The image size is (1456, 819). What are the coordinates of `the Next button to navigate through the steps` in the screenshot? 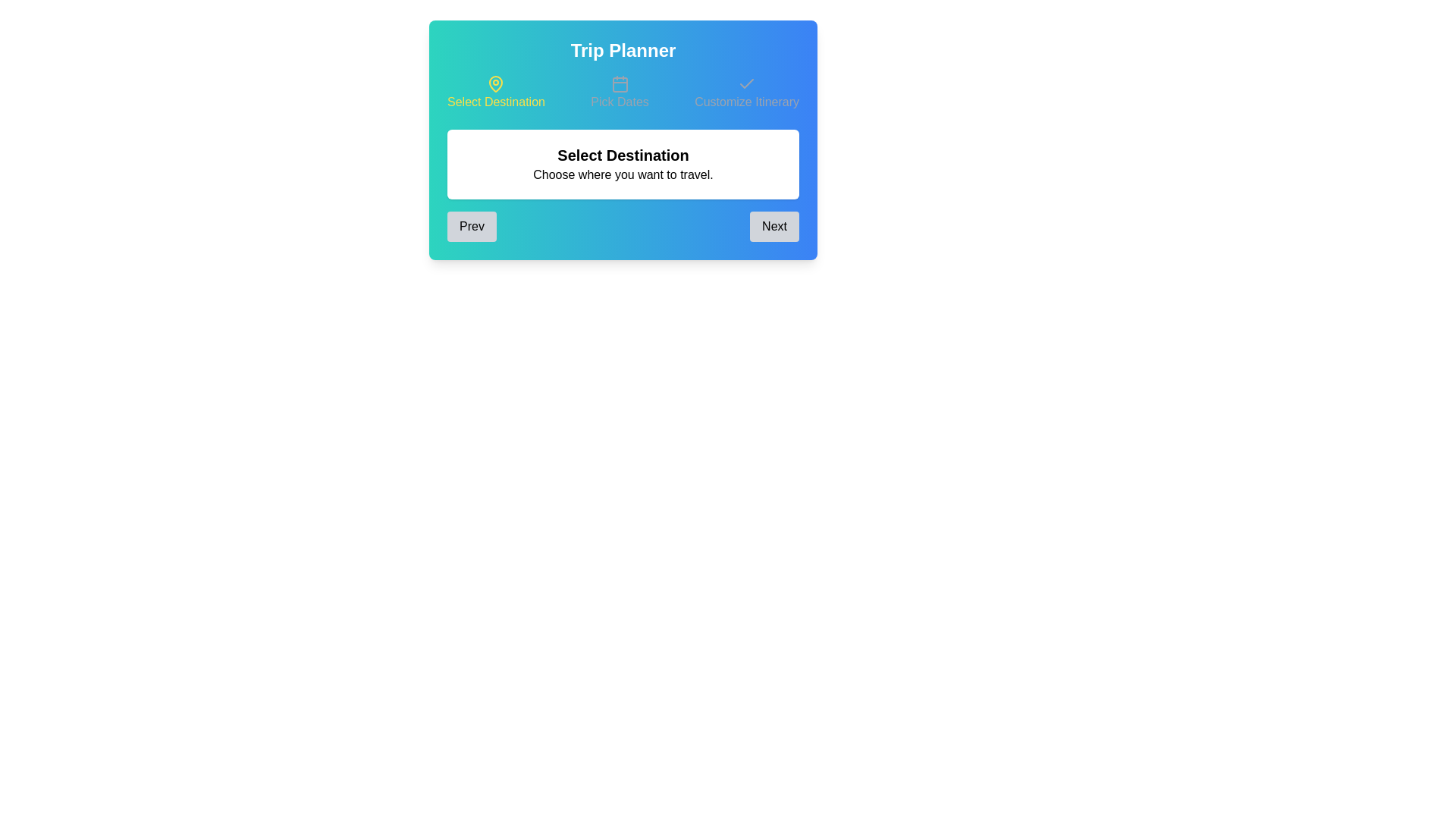 It's located at (775, 227).